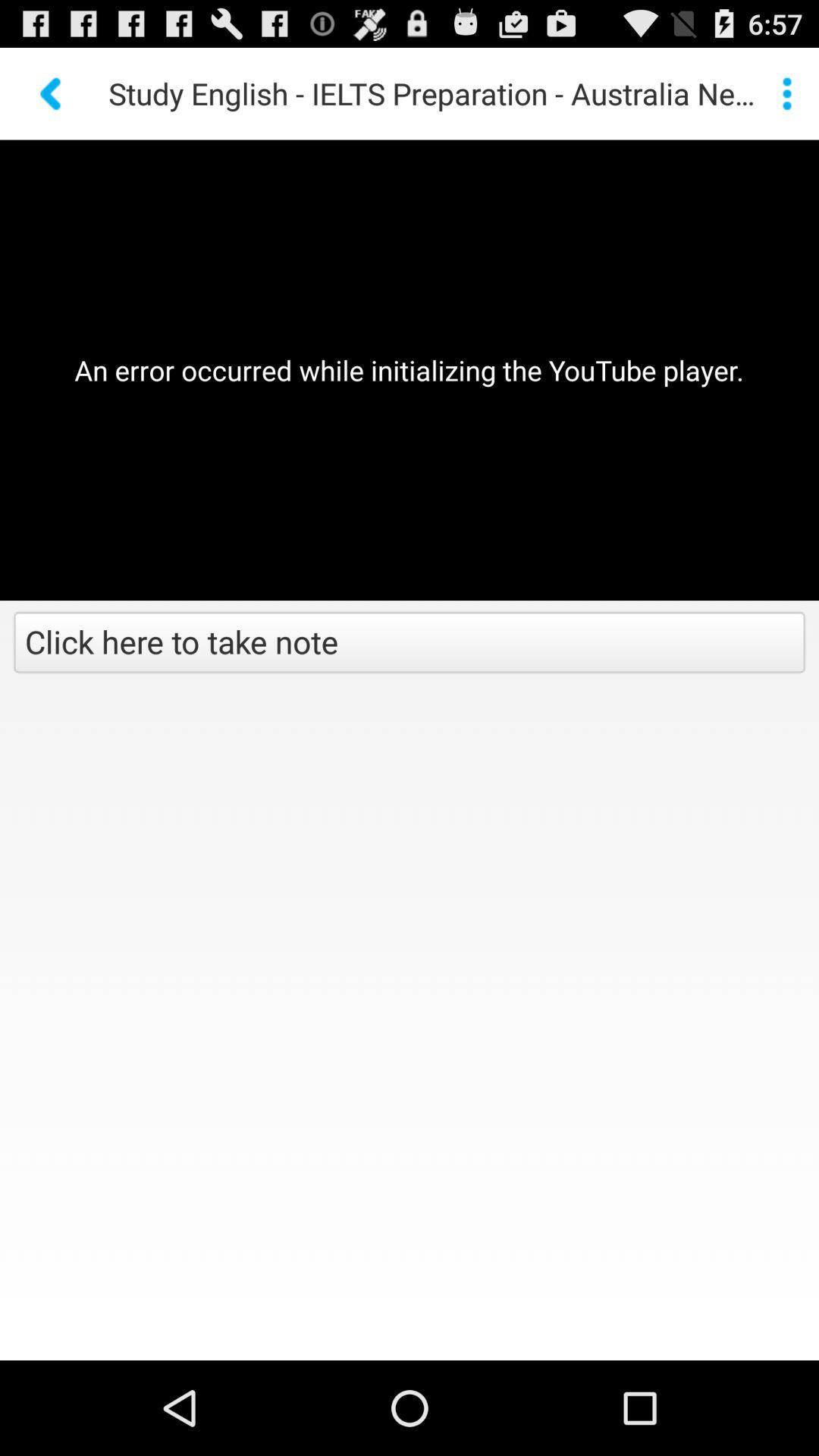 This screenshot has height=1456, width=819. What do you see at coordinates (786, 93) in the screenshot?
I see `the item at the top right corner` at bounding box center [786, 93].